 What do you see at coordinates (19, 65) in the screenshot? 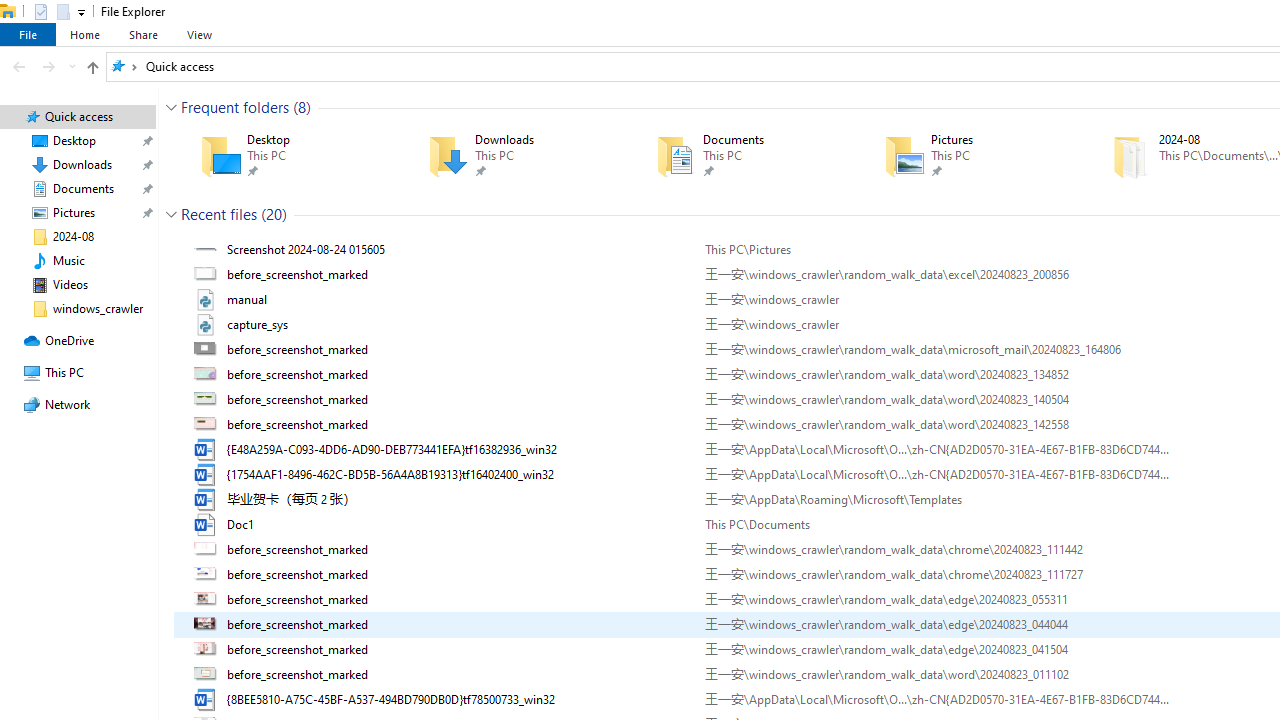
I see `'Back (Alt + Left Arrow)'` at bounding box center [19, 65].